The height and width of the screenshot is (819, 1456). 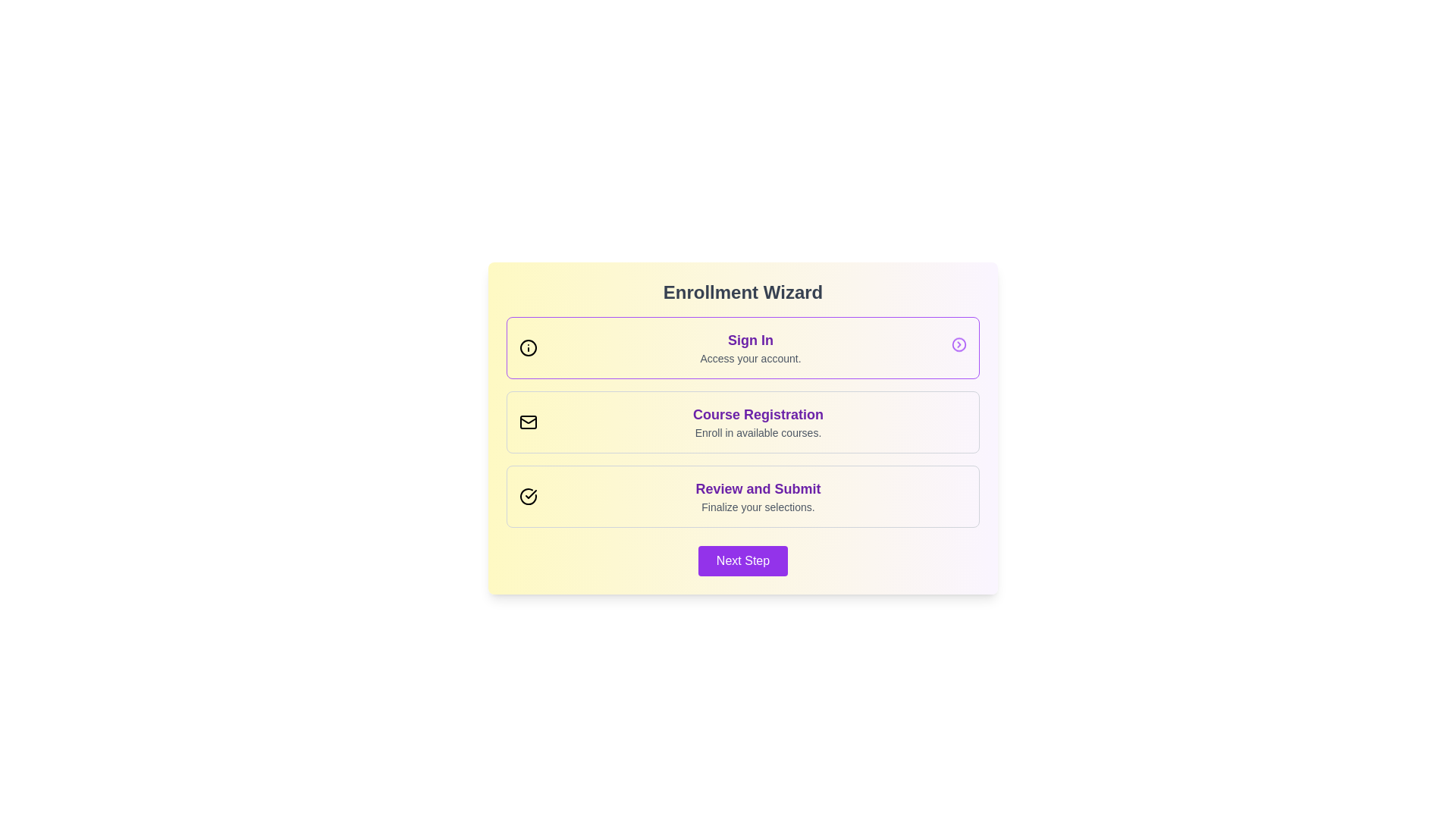 I want to click on the second section of the vertical list of steps, so click(x=742, y=422).